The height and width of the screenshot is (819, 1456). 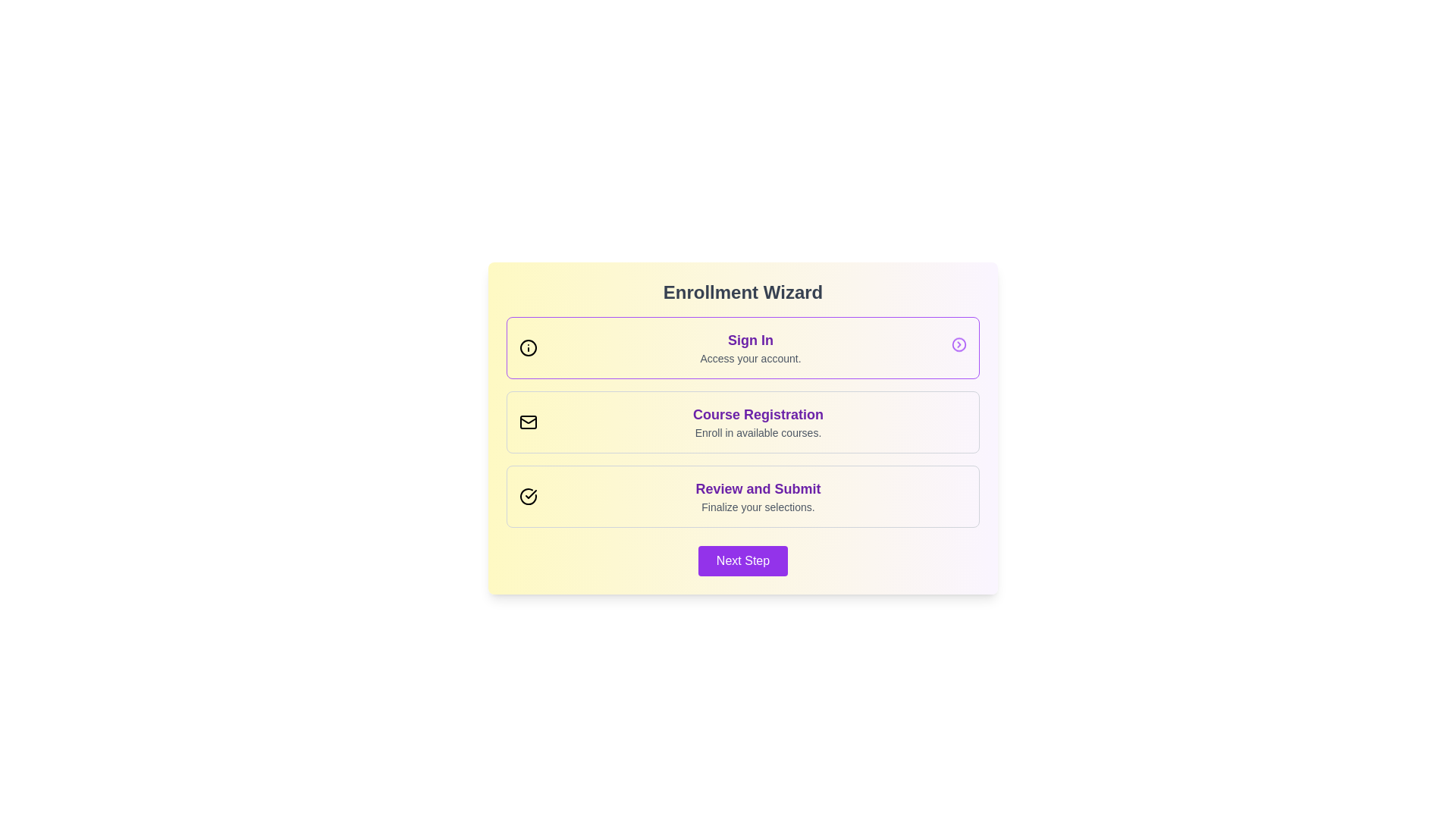 I want to click on the second section of the vertical list of steps, so click(x=742, y=422).